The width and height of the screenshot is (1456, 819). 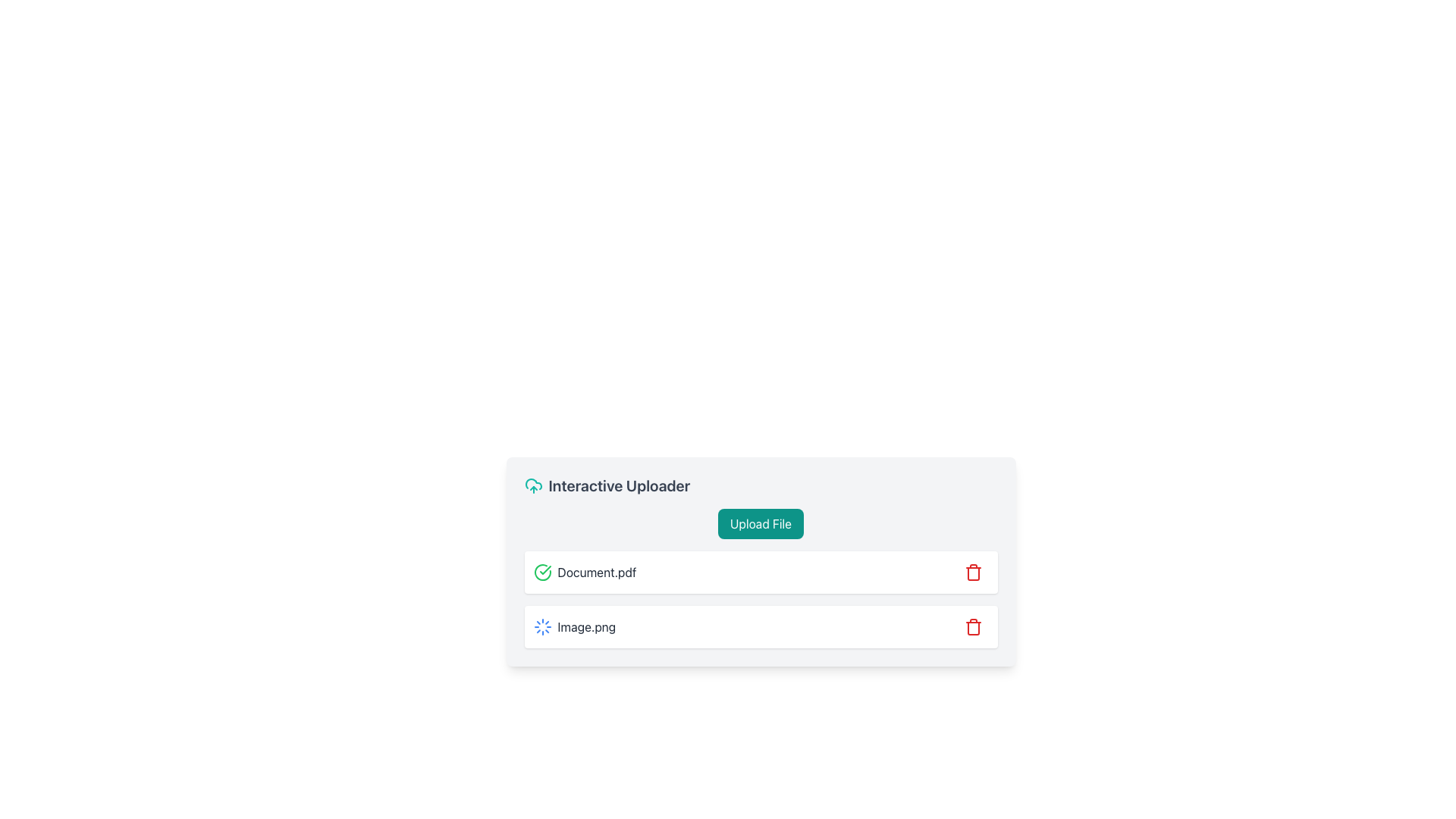 What do you see at coordinates (973, 626) in the screenshot?
I see `the delete button icon associated with the file 'Image.png'` at bounding box center [973, 626].